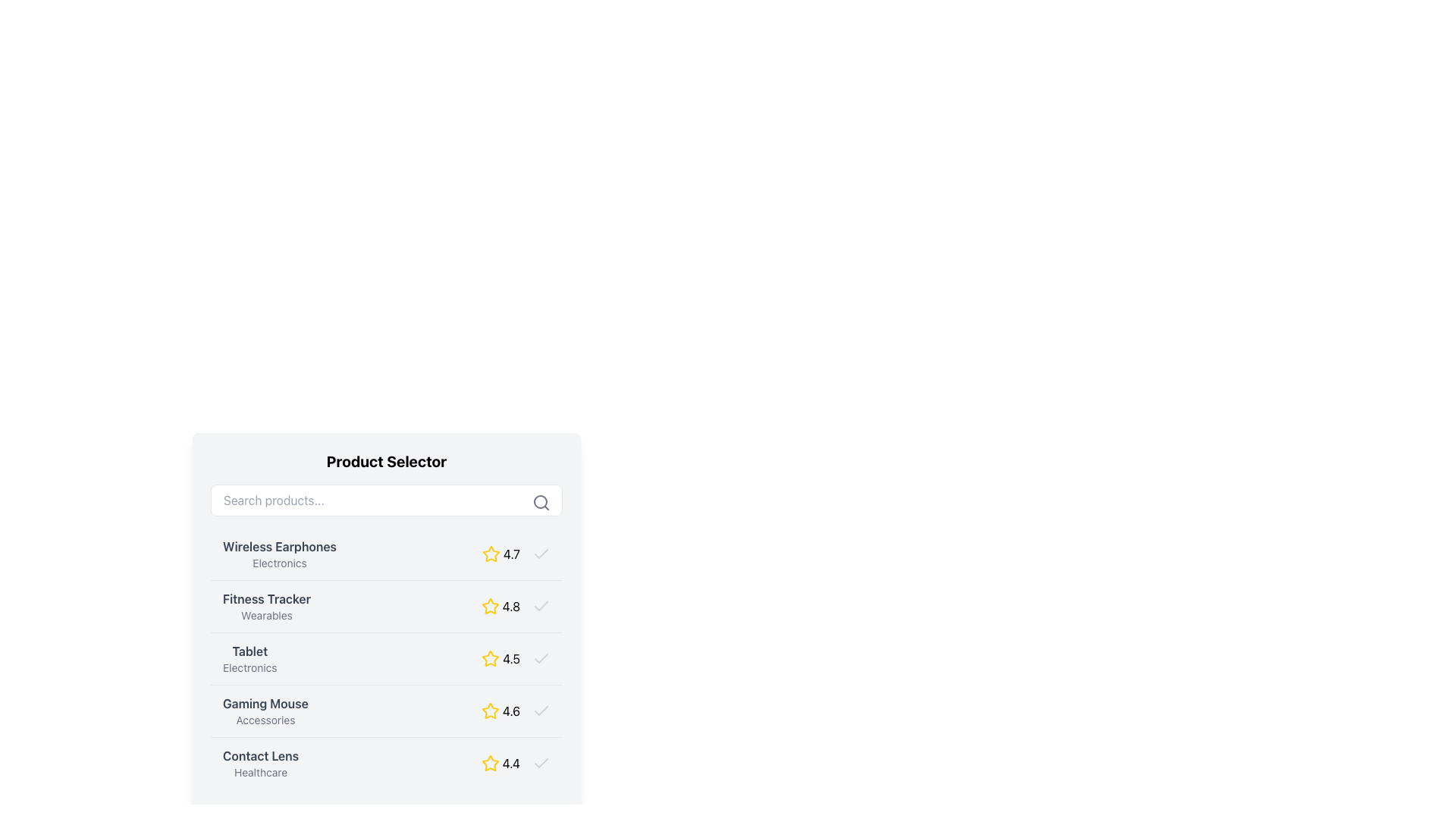 This screenshot has height=819, width=1456. I want to click on the static text display showing the numeric value '4.7', which is located in the first row of the 'Wireless Earphones' product section, next to a yellow star icon, so click(511, 554).